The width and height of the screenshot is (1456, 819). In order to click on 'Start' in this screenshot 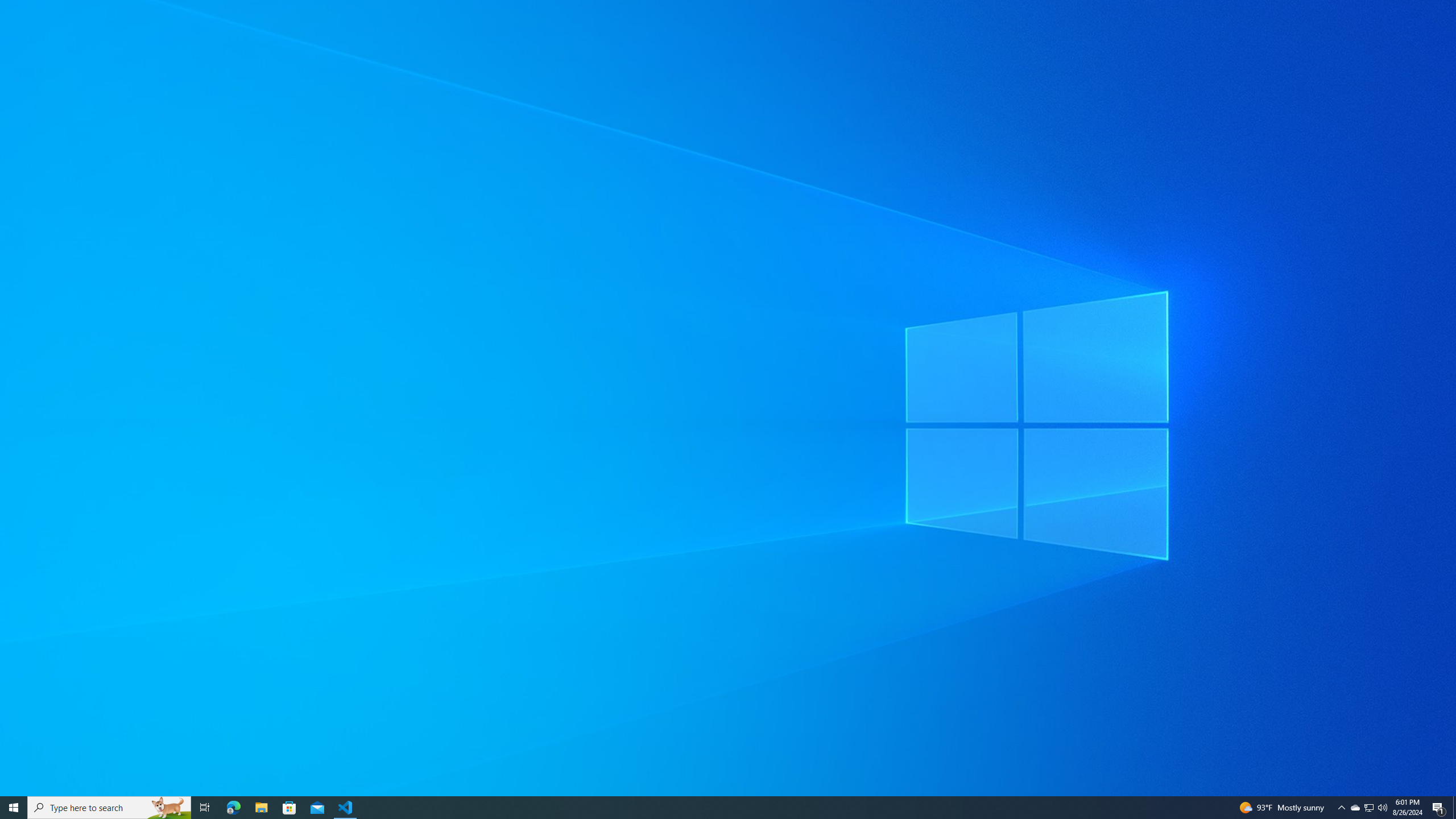, I will do `click(14, 806)`.